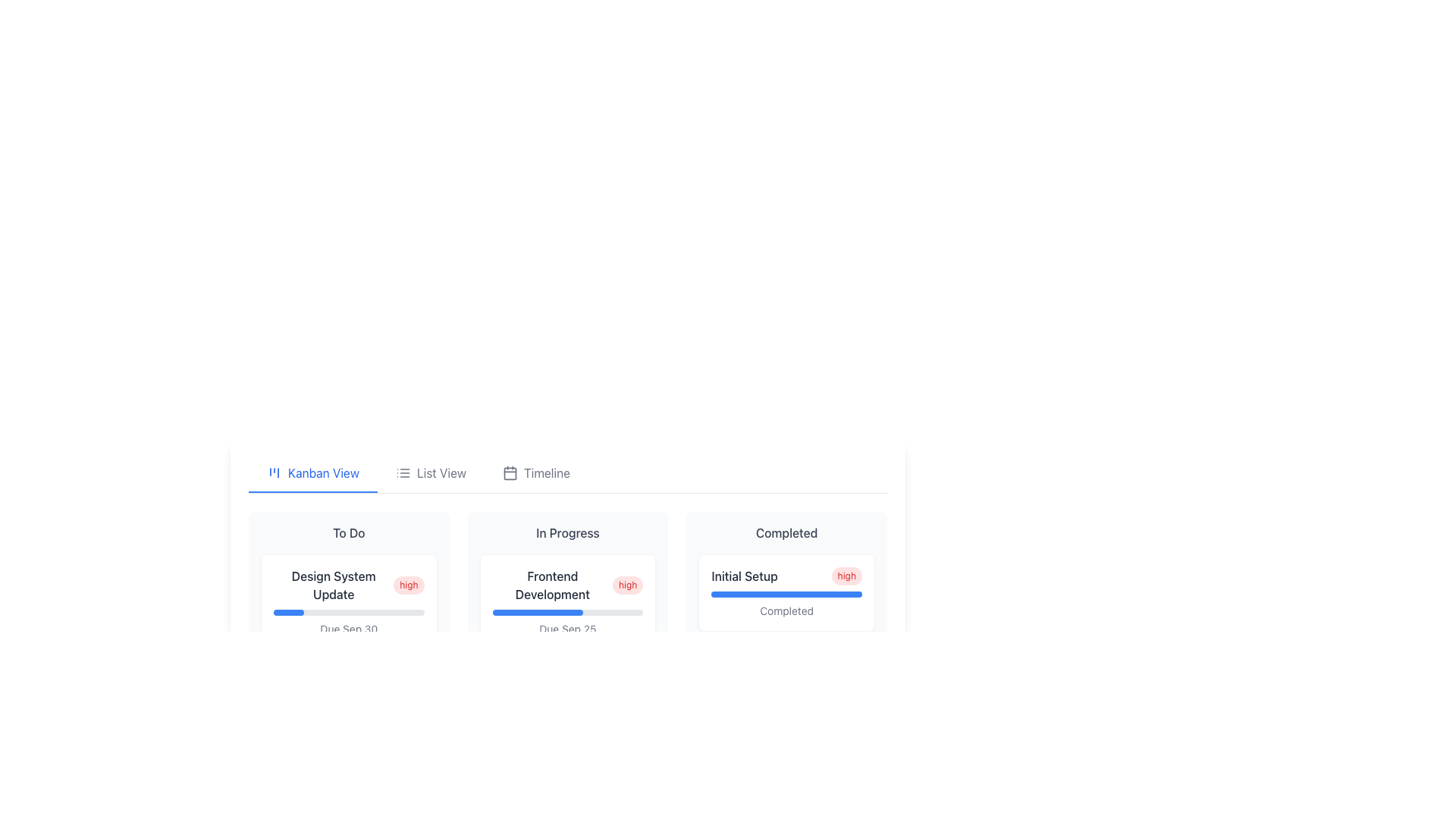  What do you see at coordinates (510, 472) in the screenshot?
I see `the small calendar icon in the navigation bar, which is the leftmost item associated with the 'Timeline' label, positioned between 'Kanban View' and 'List View'` at bounding box center [510, 472].